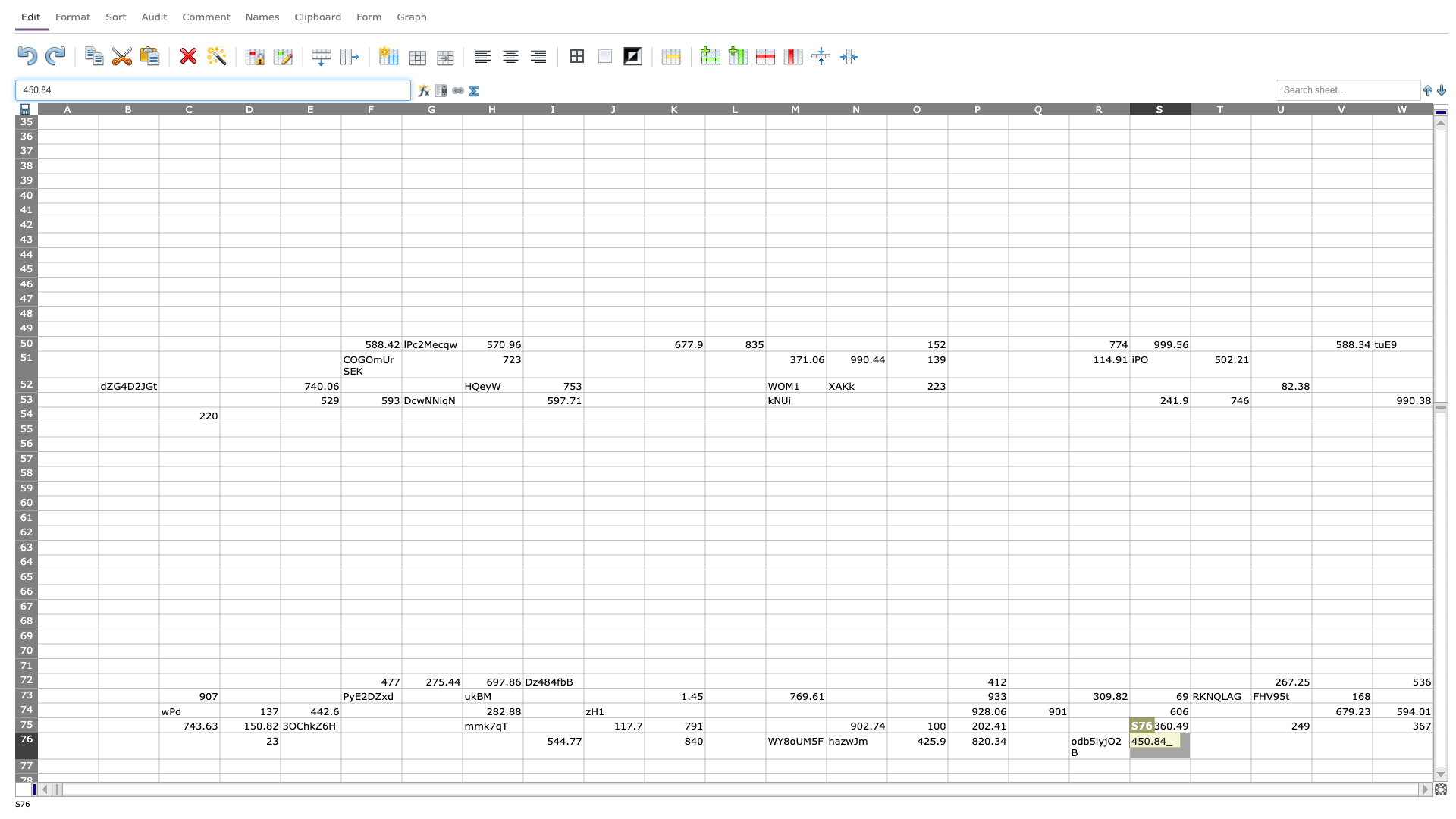 This screenshot has width=1456, height=819. I want to click on top left corner of T76, so click(1189, 731).